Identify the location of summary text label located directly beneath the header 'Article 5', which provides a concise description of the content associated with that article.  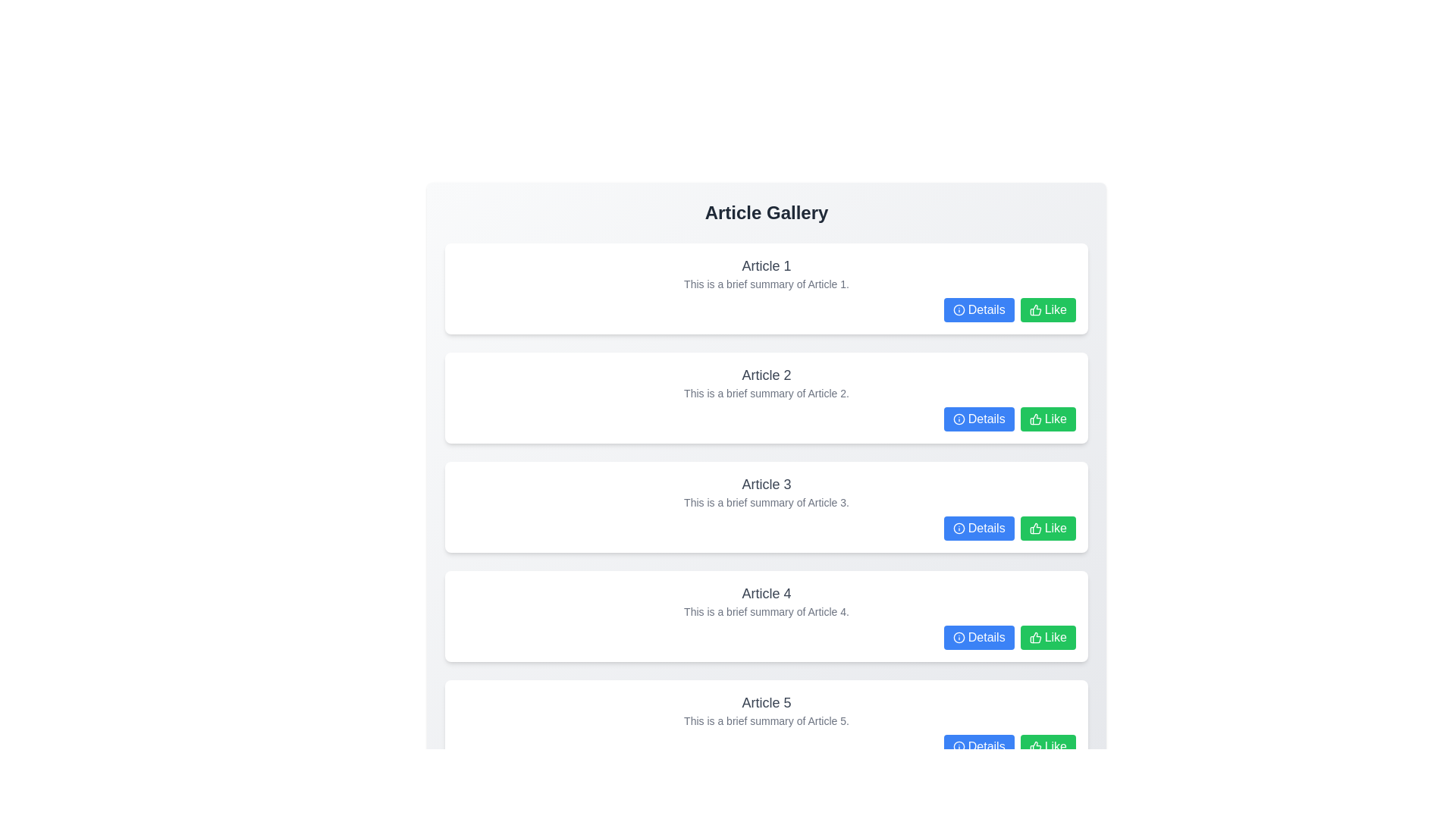
(767, 720).